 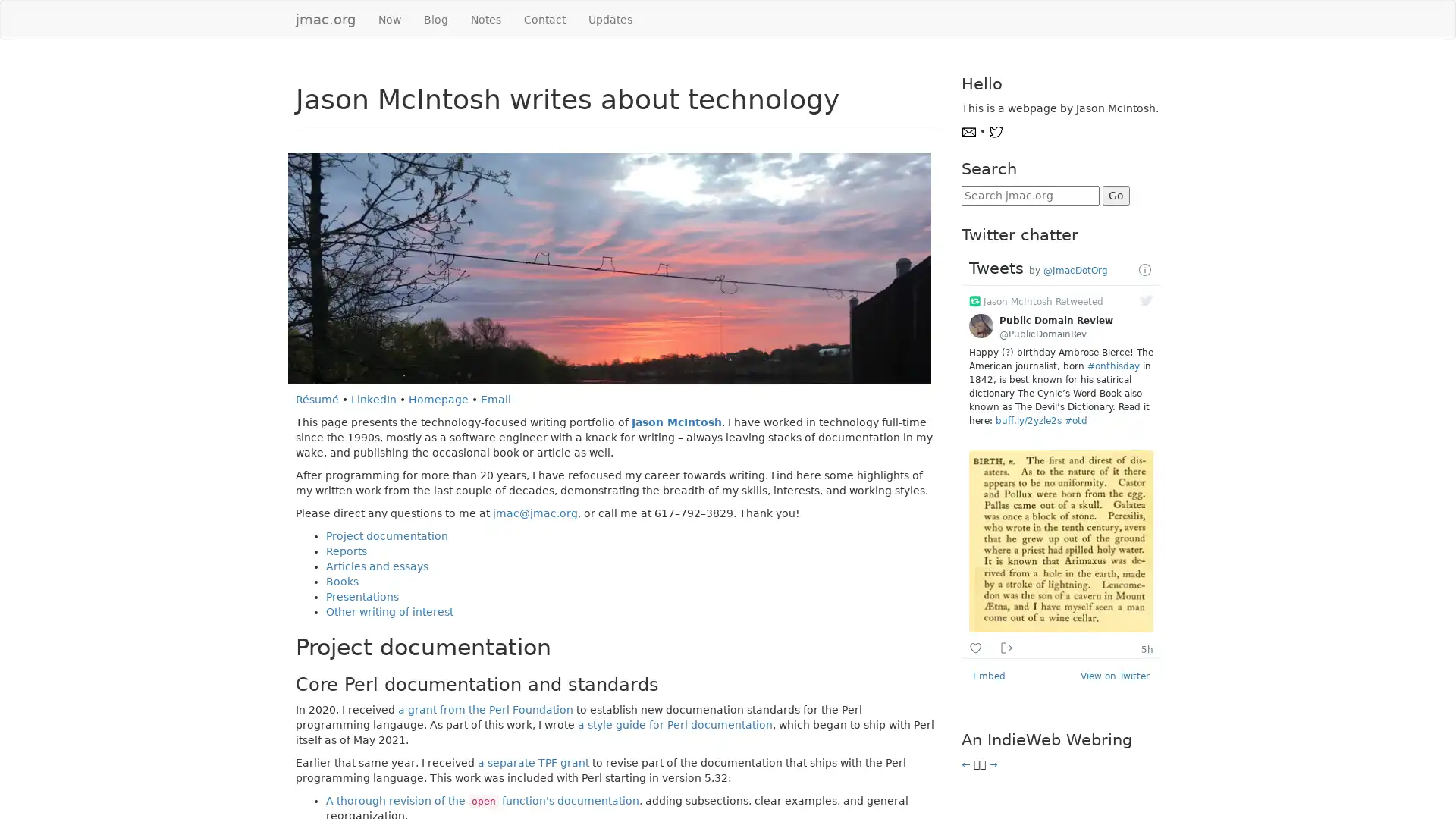 I want to click on Go, so click(x=1115, y=195).